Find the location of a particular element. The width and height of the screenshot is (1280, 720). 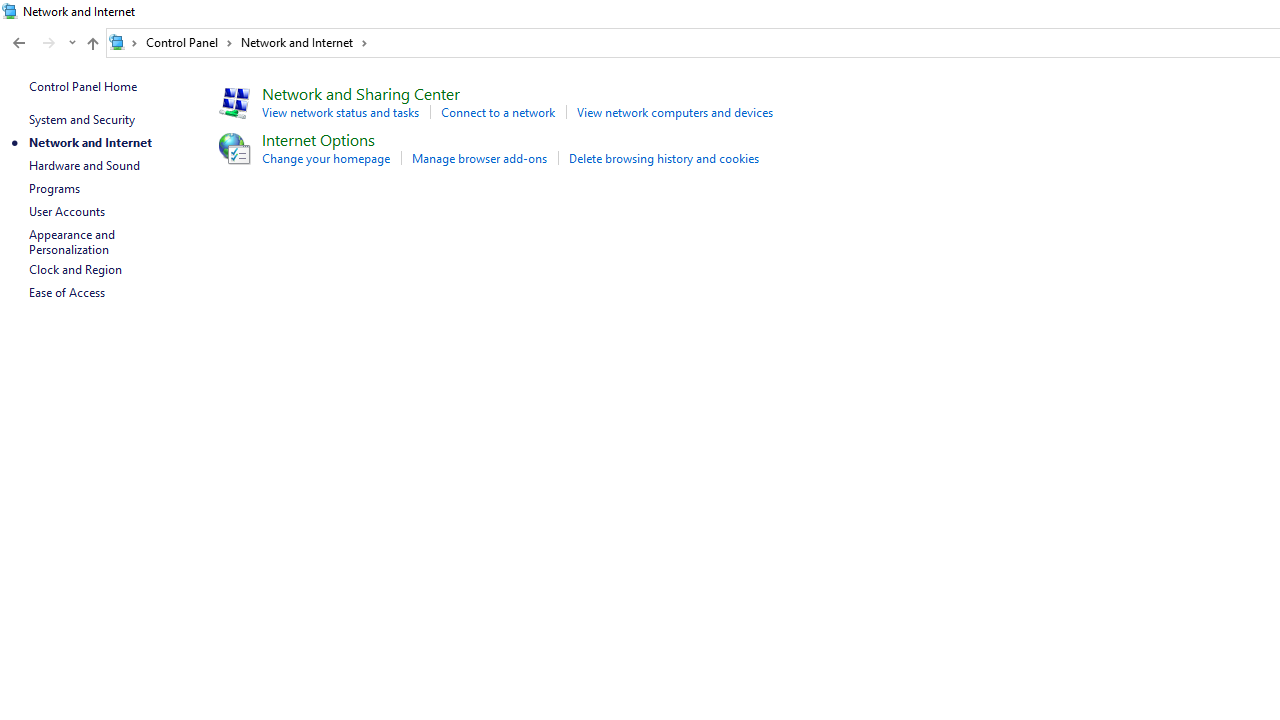

'All locations' is located at coordinates (123, 42).